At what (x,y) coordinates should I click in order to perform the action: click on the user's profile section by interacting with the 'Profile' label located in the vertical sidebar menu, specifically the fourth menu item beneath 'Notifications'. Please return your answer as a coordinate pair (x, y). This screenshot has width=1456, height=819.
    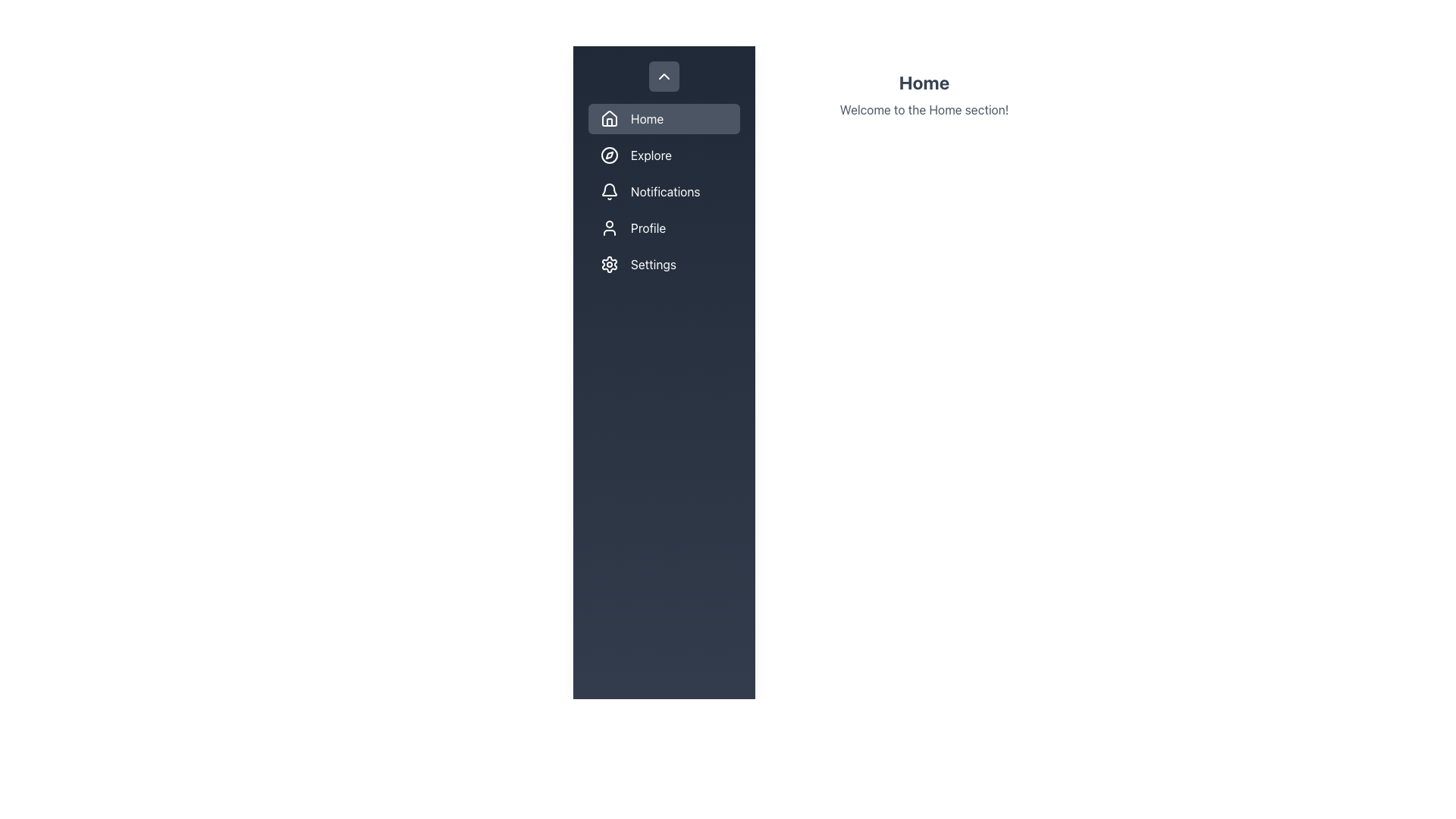
    Looking at the image, I should click on (648, 227).